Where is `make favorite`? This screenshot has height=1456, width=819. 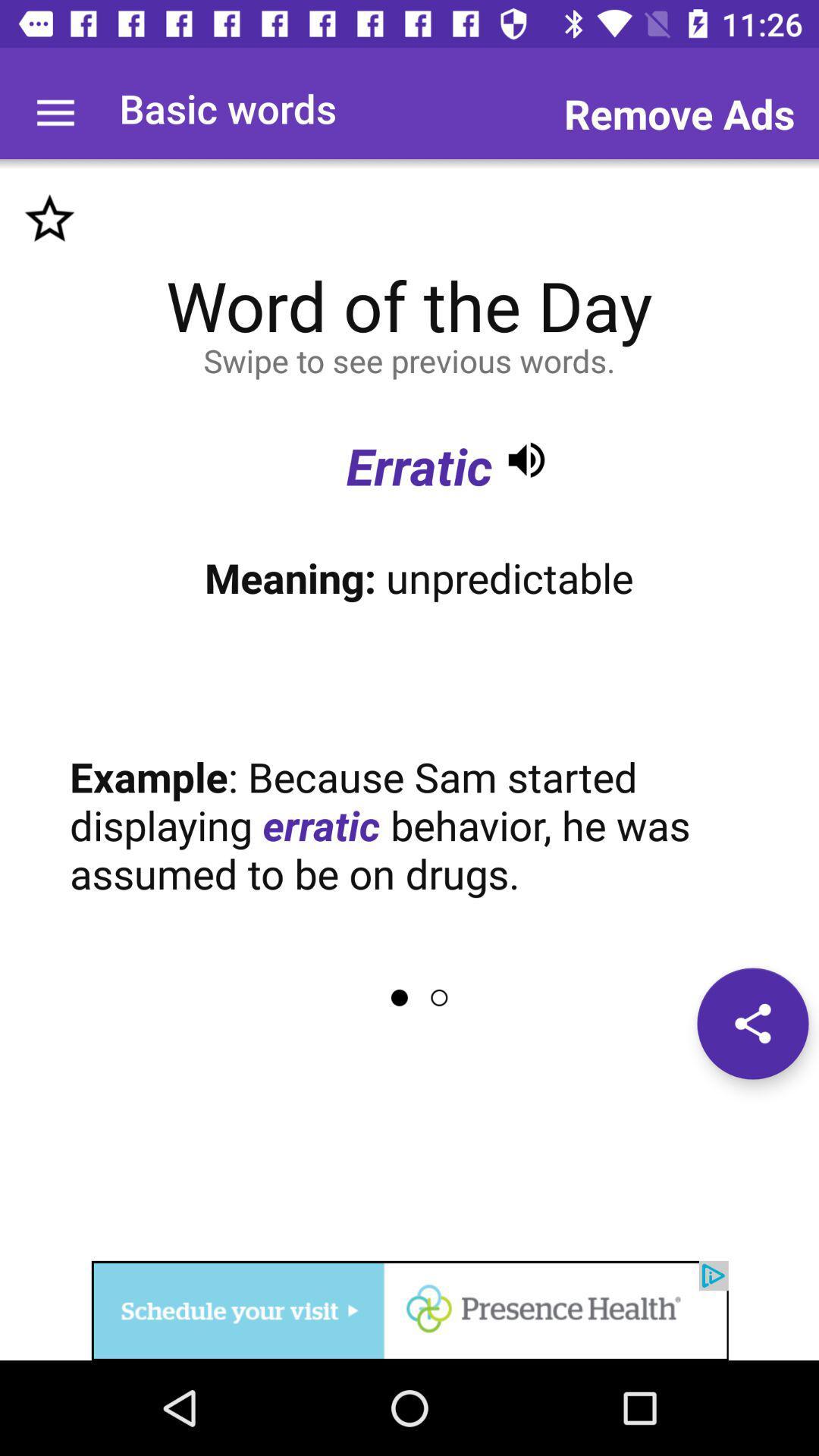 make favorite is located at coordinates (49, 218).